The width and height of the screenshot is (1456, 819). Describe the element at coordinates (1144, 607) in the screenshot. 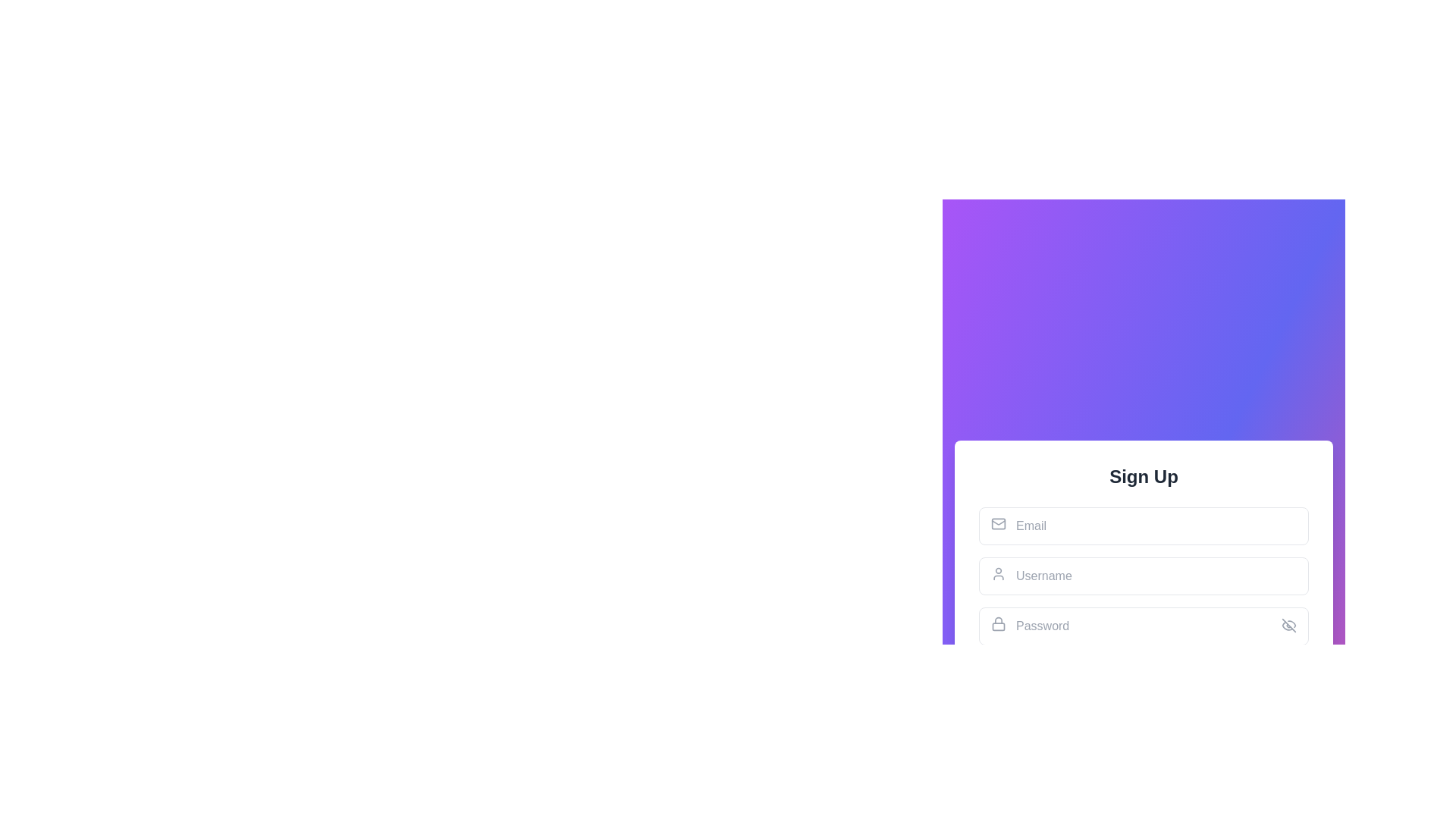

I see `the 'Email', 'Username', and 'Password' input fields in the 'Sign Up' form to focus on them` at that location.